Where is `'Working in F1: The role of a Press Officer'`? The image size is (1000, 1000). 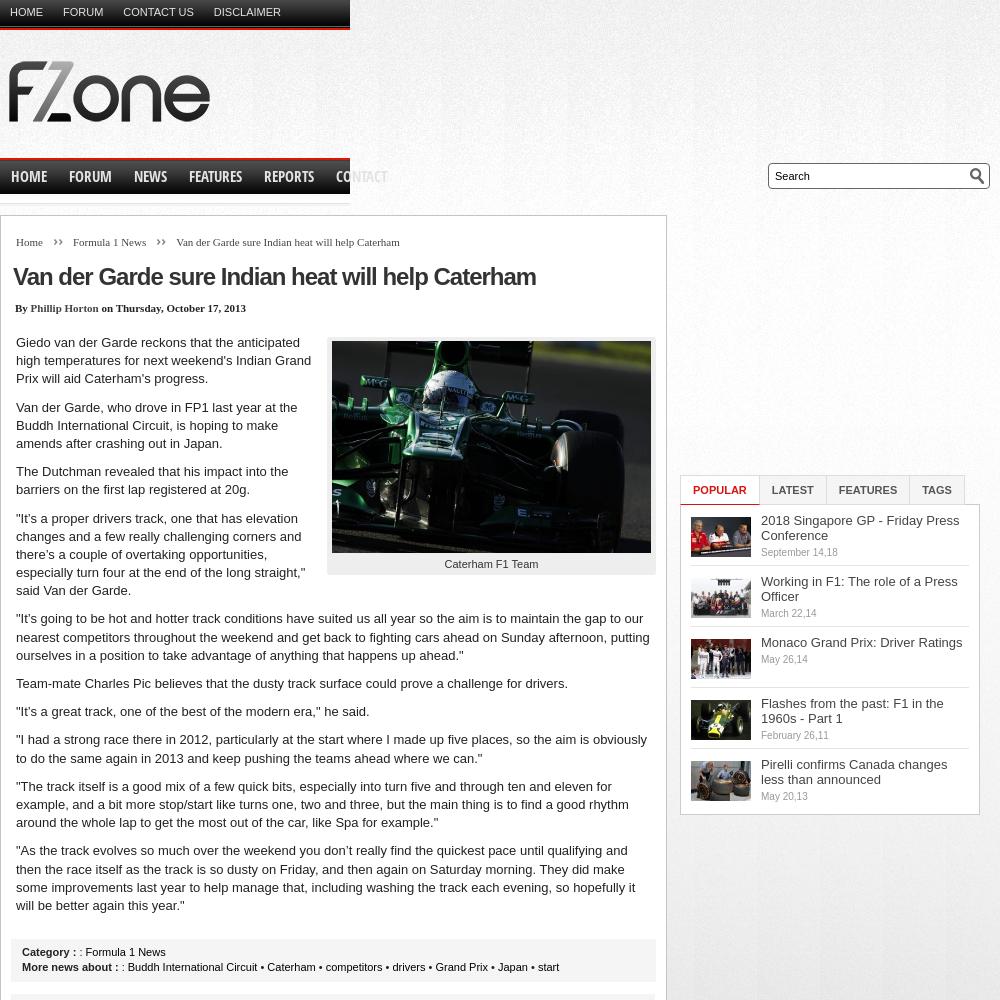 'Working in F1: The role of a Press Officer' is located at coordinates (858, 588).